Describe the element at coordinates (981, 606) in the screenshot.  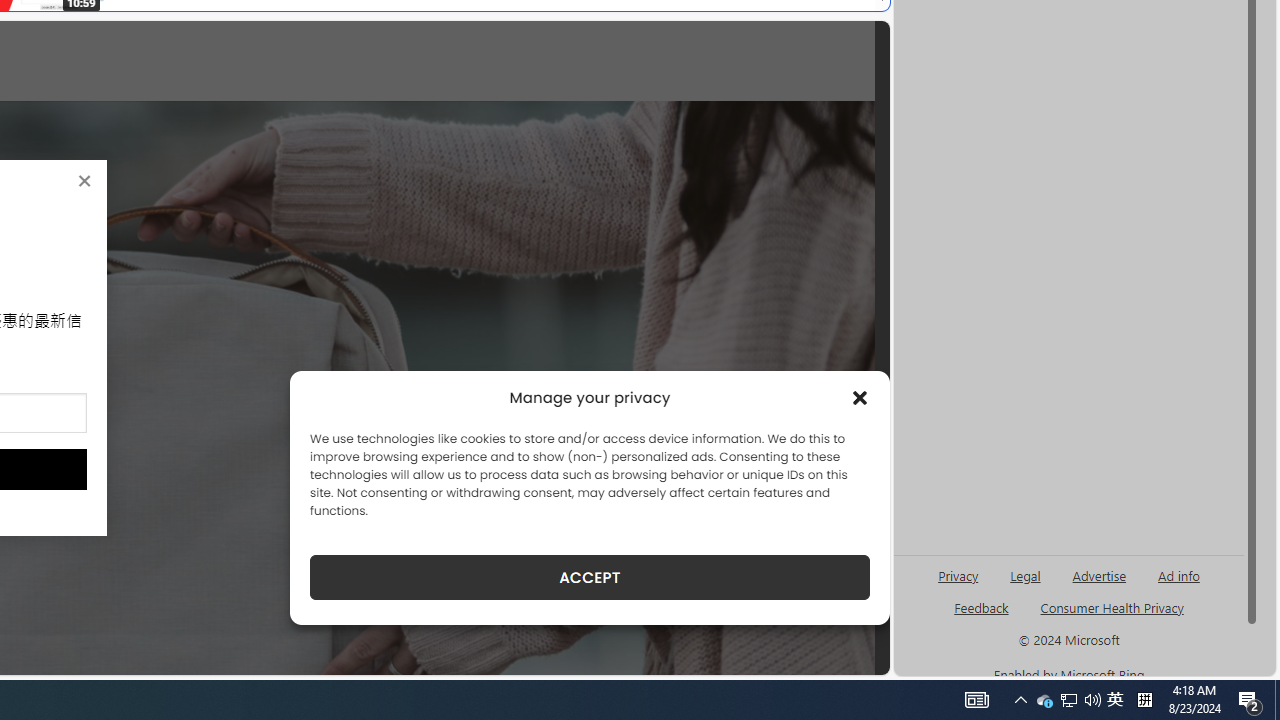
I see `'AutomationID: sb_feedback'` at that location.